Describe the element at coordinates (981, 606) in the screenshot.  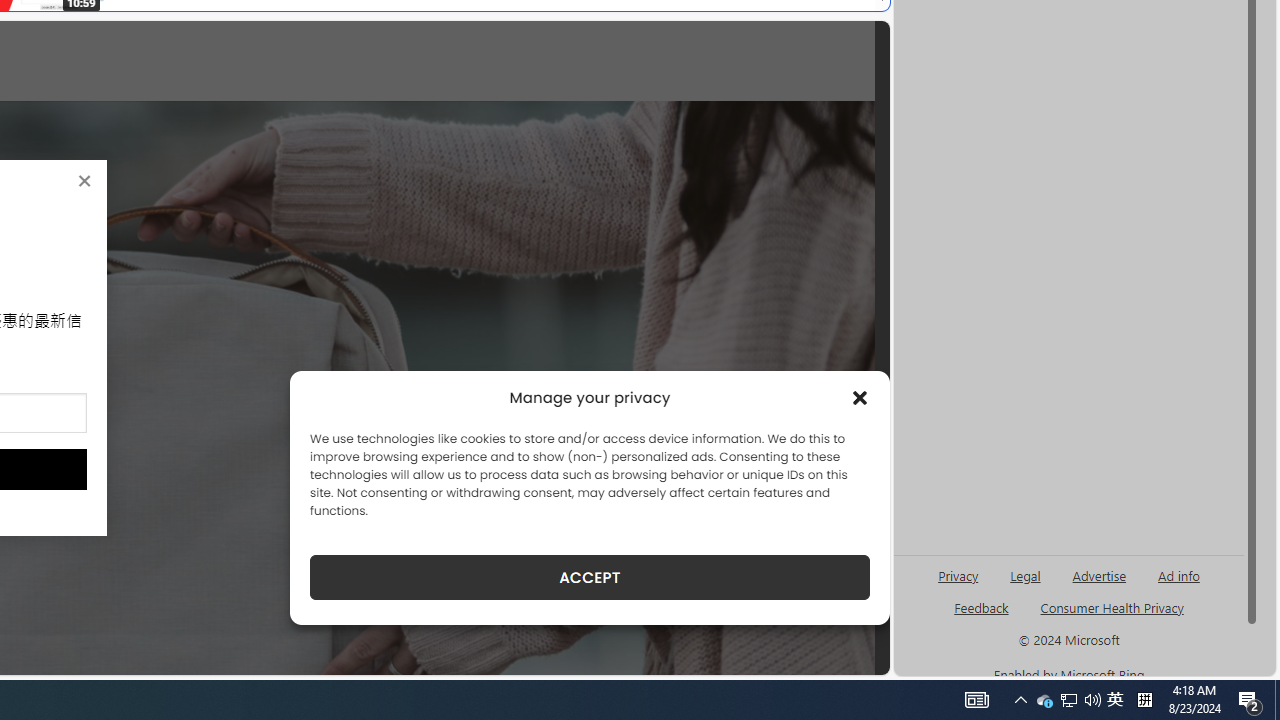
I see `'AutomationID: sb_feedback'` at that location.